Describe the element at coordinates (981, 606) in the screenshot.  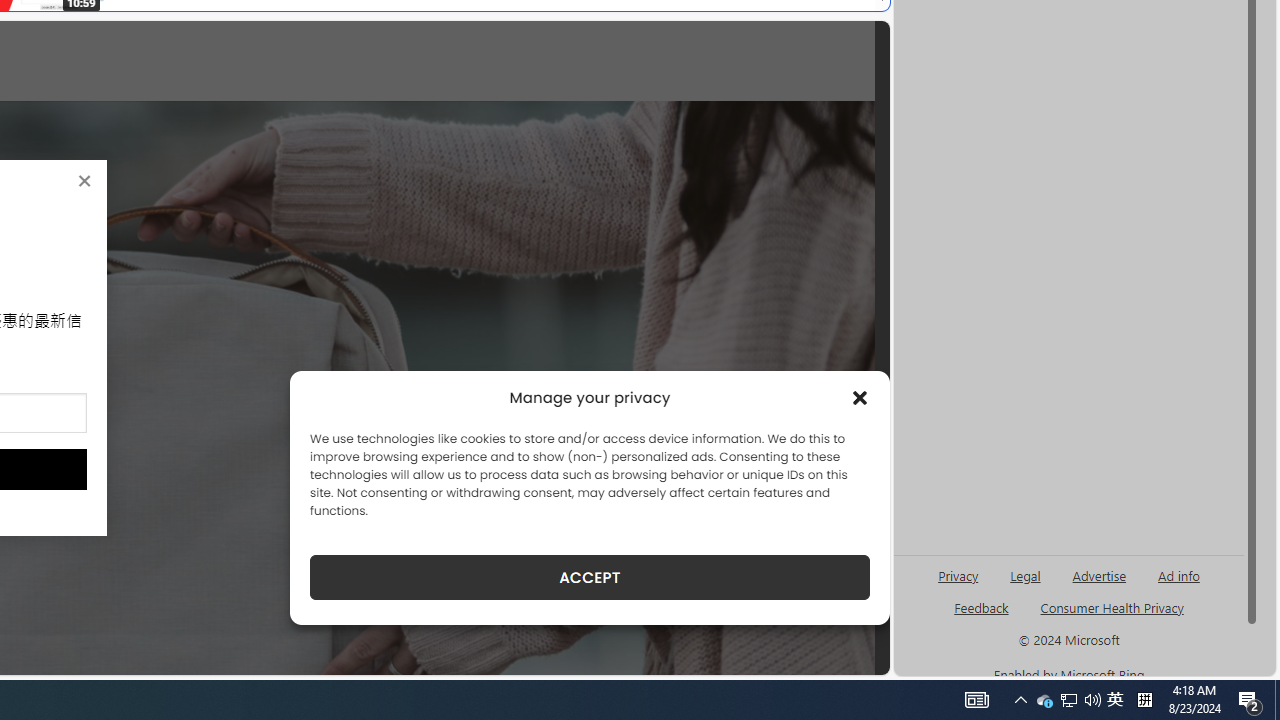
I see `'AutomationID: sb_feedback'` at that location.